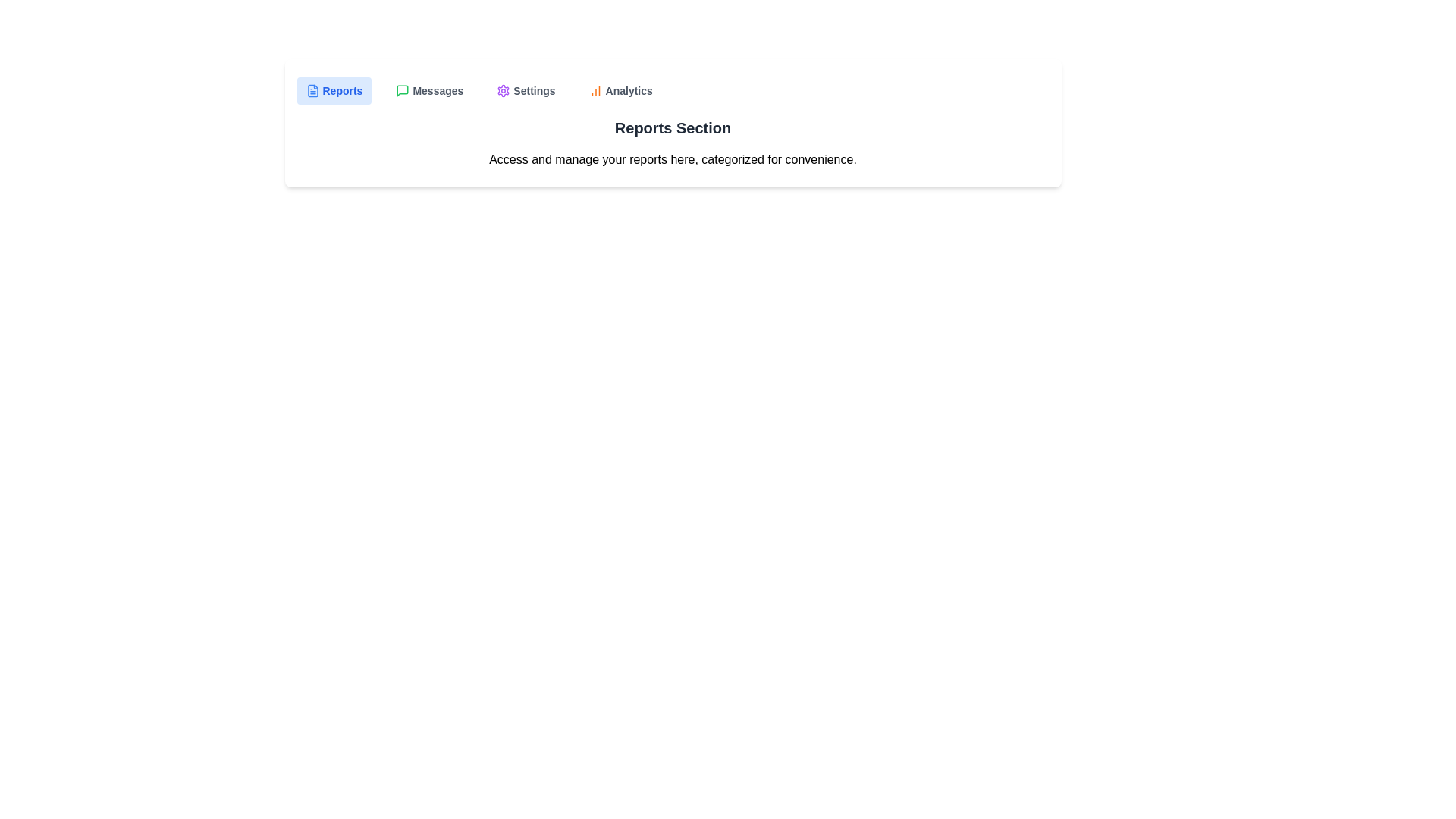 Image resolution: width=1456 pixels, height=819 pixels. I want to click on the 'Settings' button, which is the third tab in the navigation bar, so click(526, 90).